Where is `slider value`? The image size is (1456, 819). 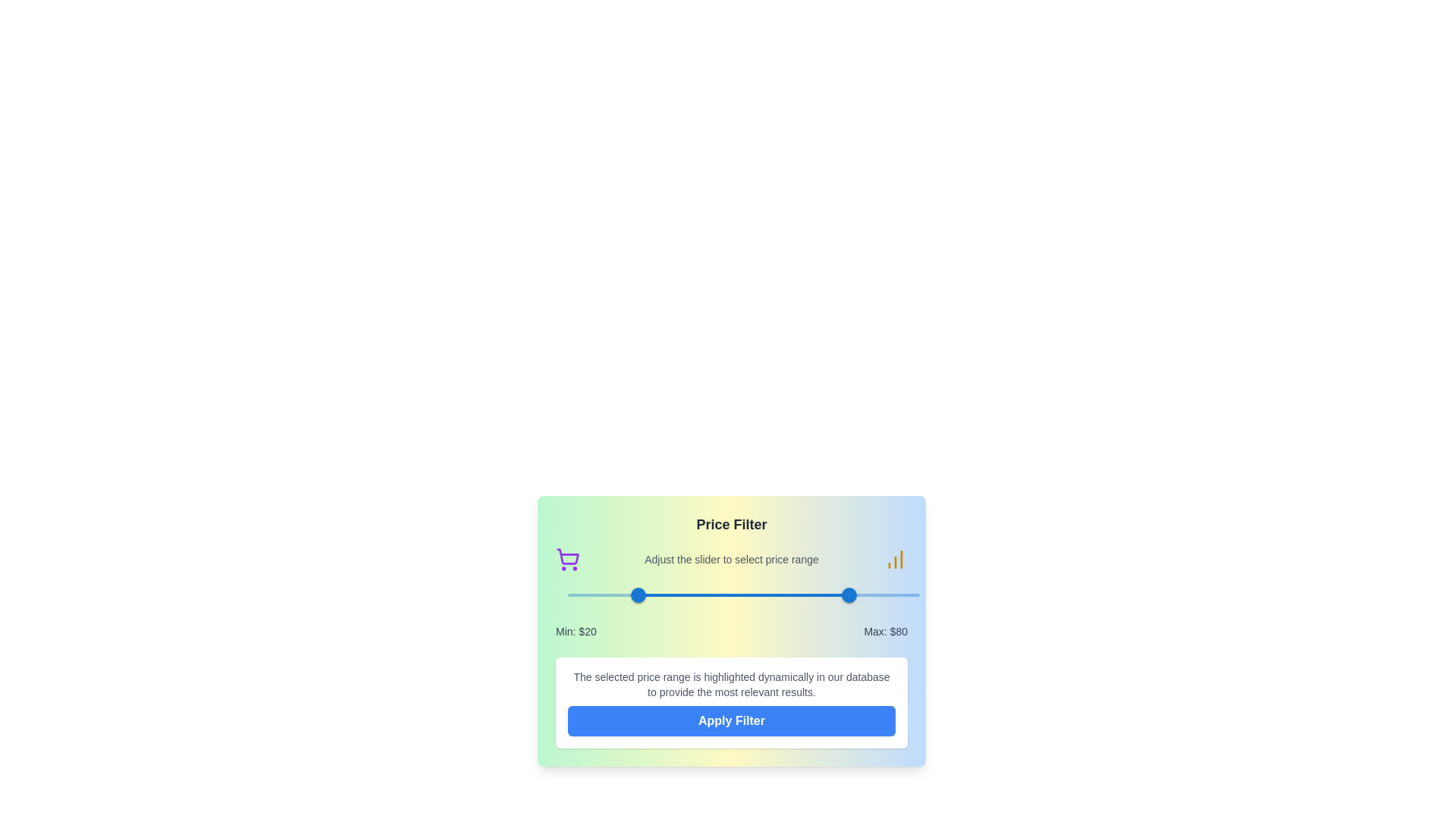 slider value is located at coordinates (846, 595).